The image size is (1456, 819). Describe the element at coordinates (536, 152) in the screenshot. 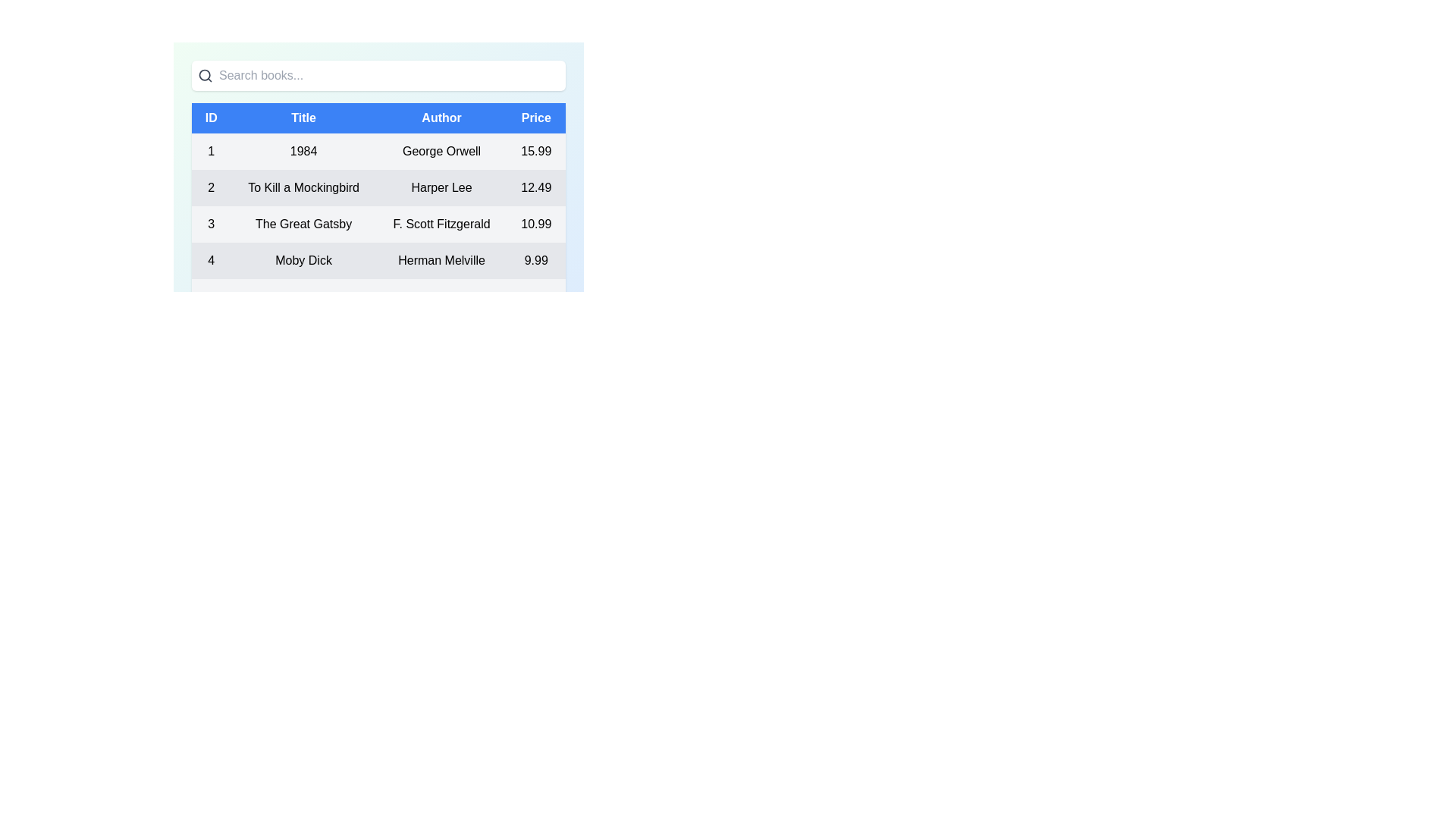

I see `the price text label located in the first data row of the table, specifically the fourth cell under the 'Price' column, which displays the cost of the book` at that location.